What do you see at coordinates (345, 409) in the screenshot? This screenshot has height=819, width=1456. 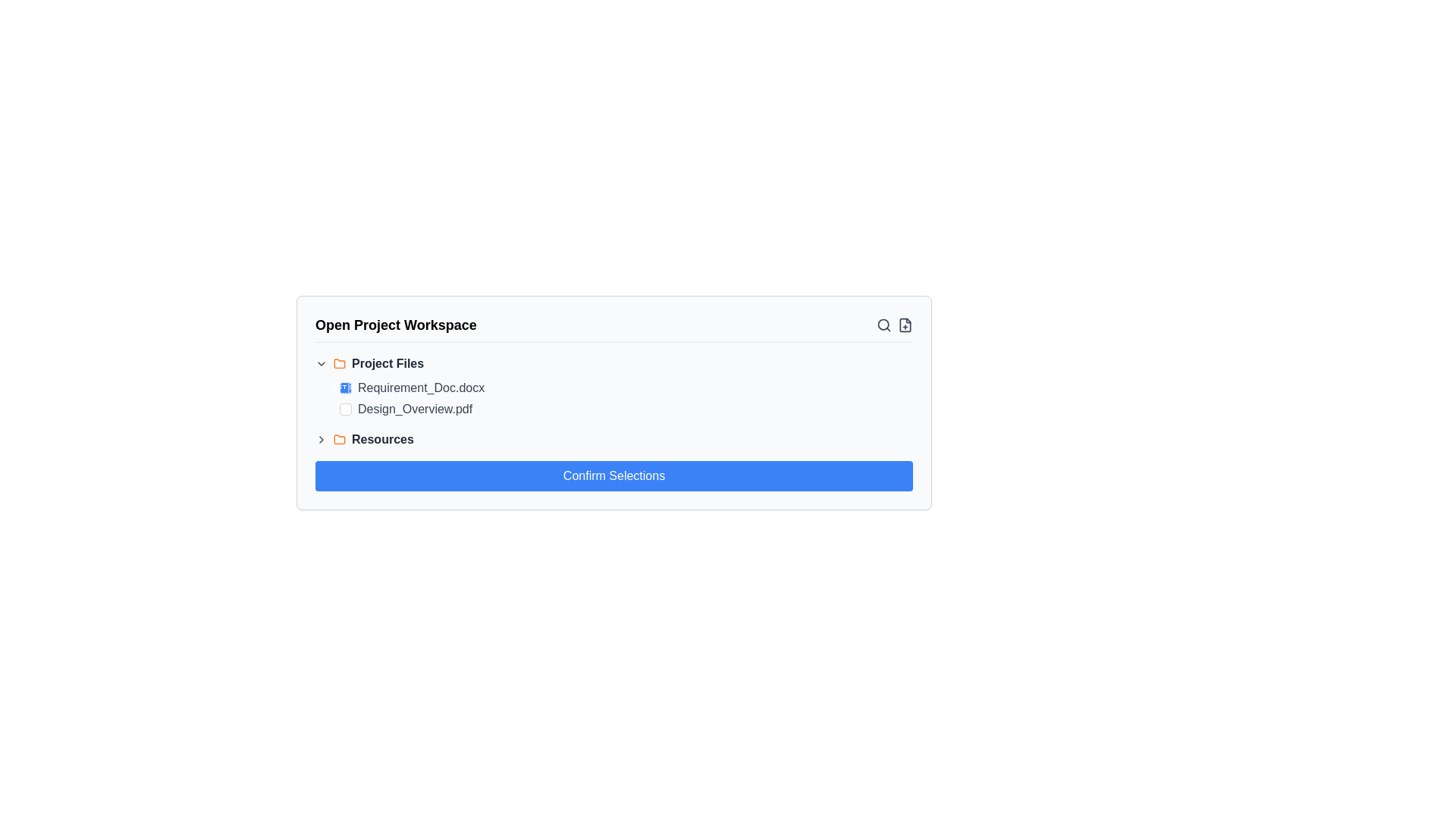 I see `the checkbox component located to the left of the file name 'Design_Overview.pdf' in the file list` at bounding box center [345, 409].